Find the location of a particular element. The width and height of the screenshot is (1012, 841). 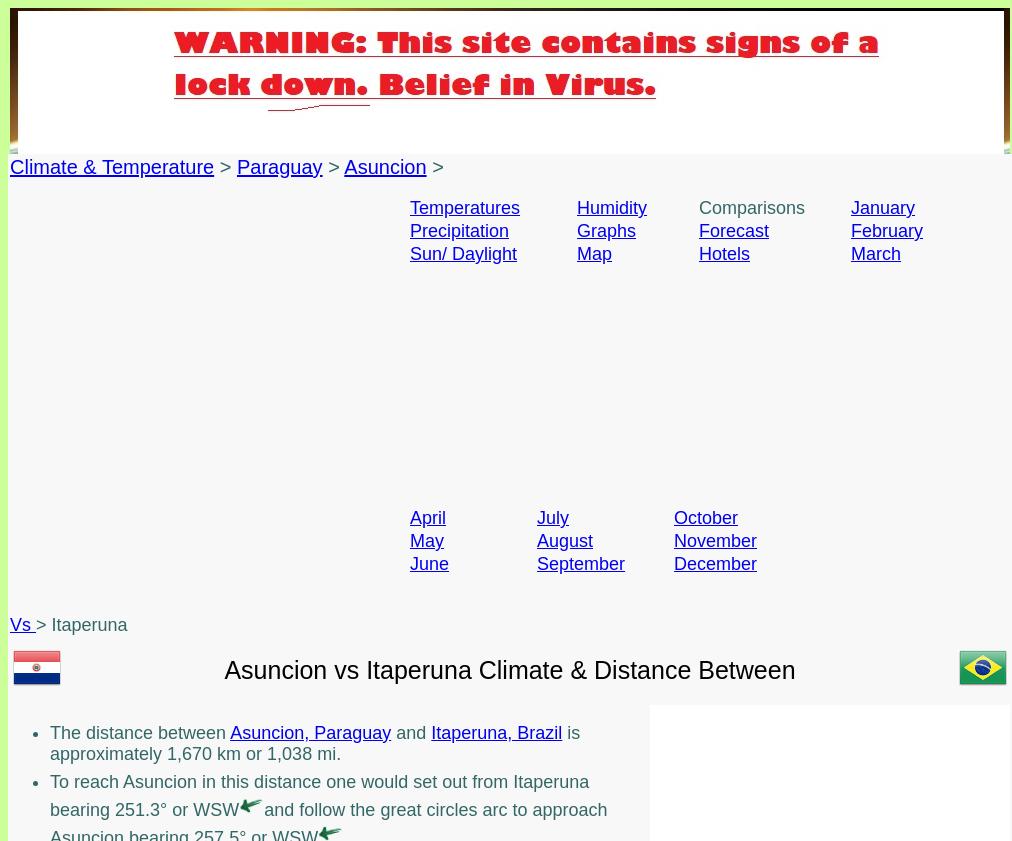

'November' is located at coordinates (715, 541).